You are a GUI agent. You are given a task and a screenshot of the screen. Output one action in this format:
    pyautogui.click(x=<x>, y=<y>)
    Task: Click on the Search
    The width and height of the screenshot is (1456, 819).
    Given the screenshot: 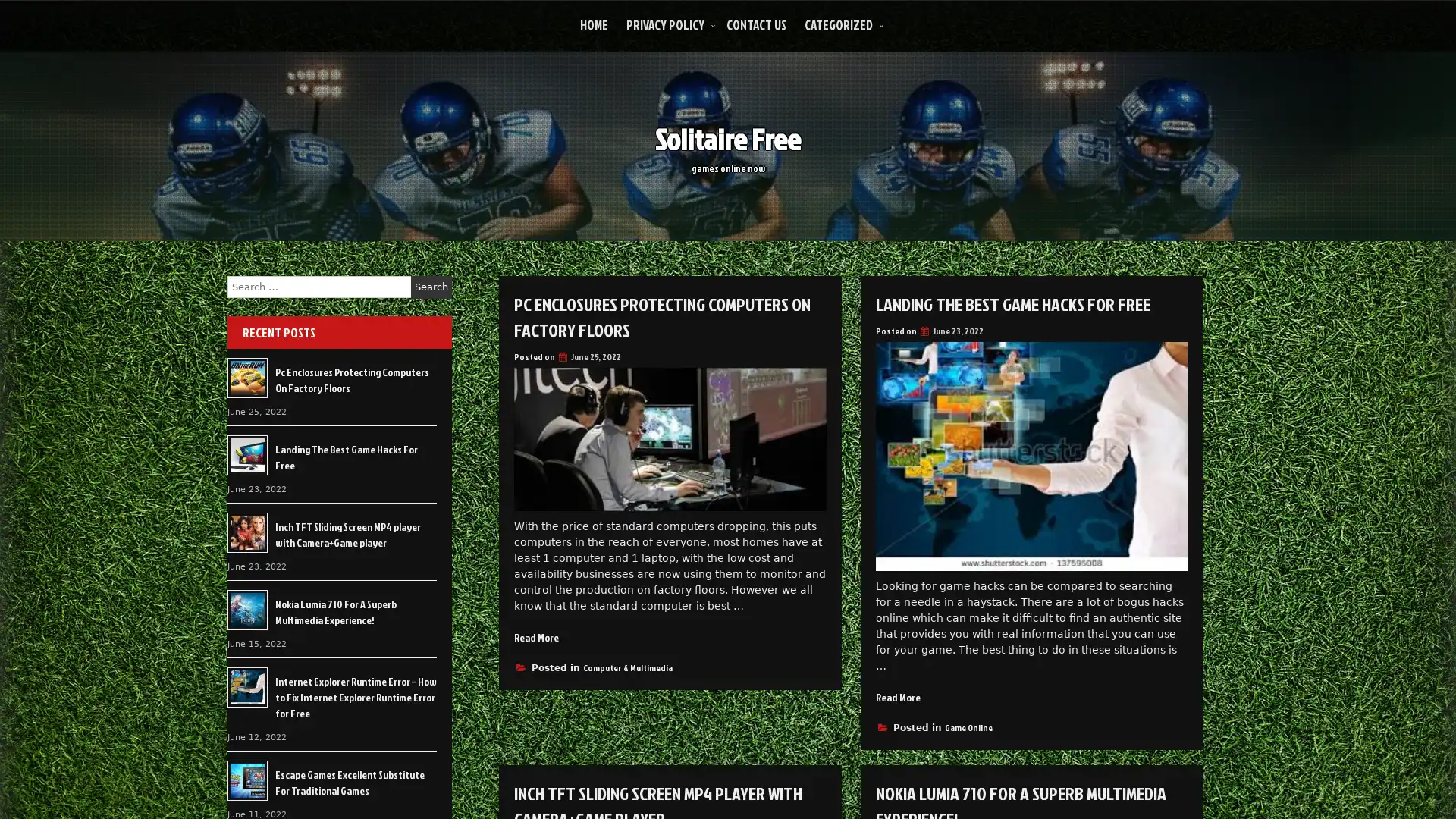 What is the action you would take?
    pyautogui.click(x=431, y=287)
    